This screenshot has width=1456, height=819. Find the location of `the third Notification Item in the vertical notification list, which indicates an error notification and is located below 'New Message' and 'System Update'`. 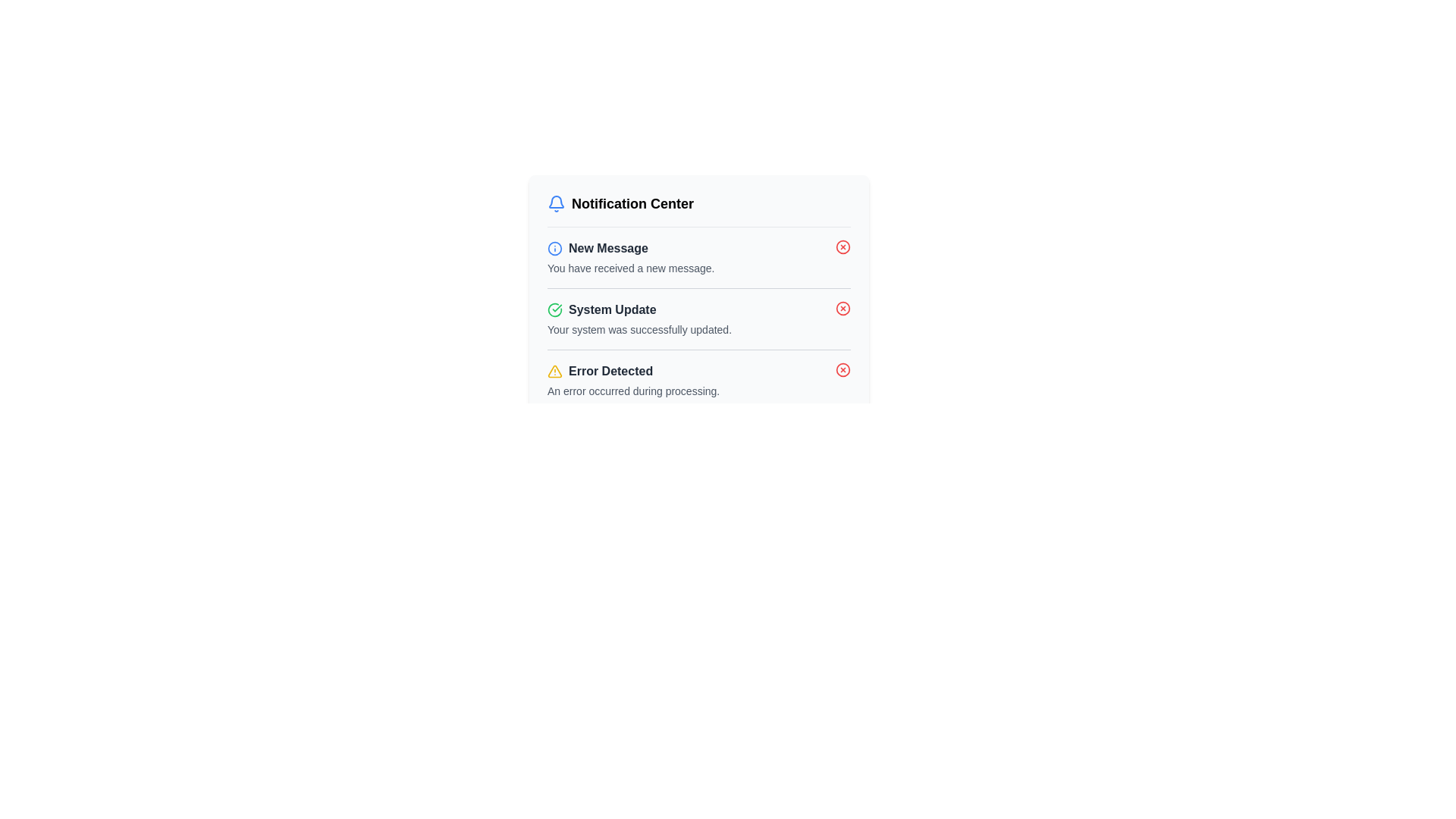

the third Notification Item in the vertical notification list, which indicates an error notification and is located below 'New Message' and 'System Update' is located at coordinates (633, 379).